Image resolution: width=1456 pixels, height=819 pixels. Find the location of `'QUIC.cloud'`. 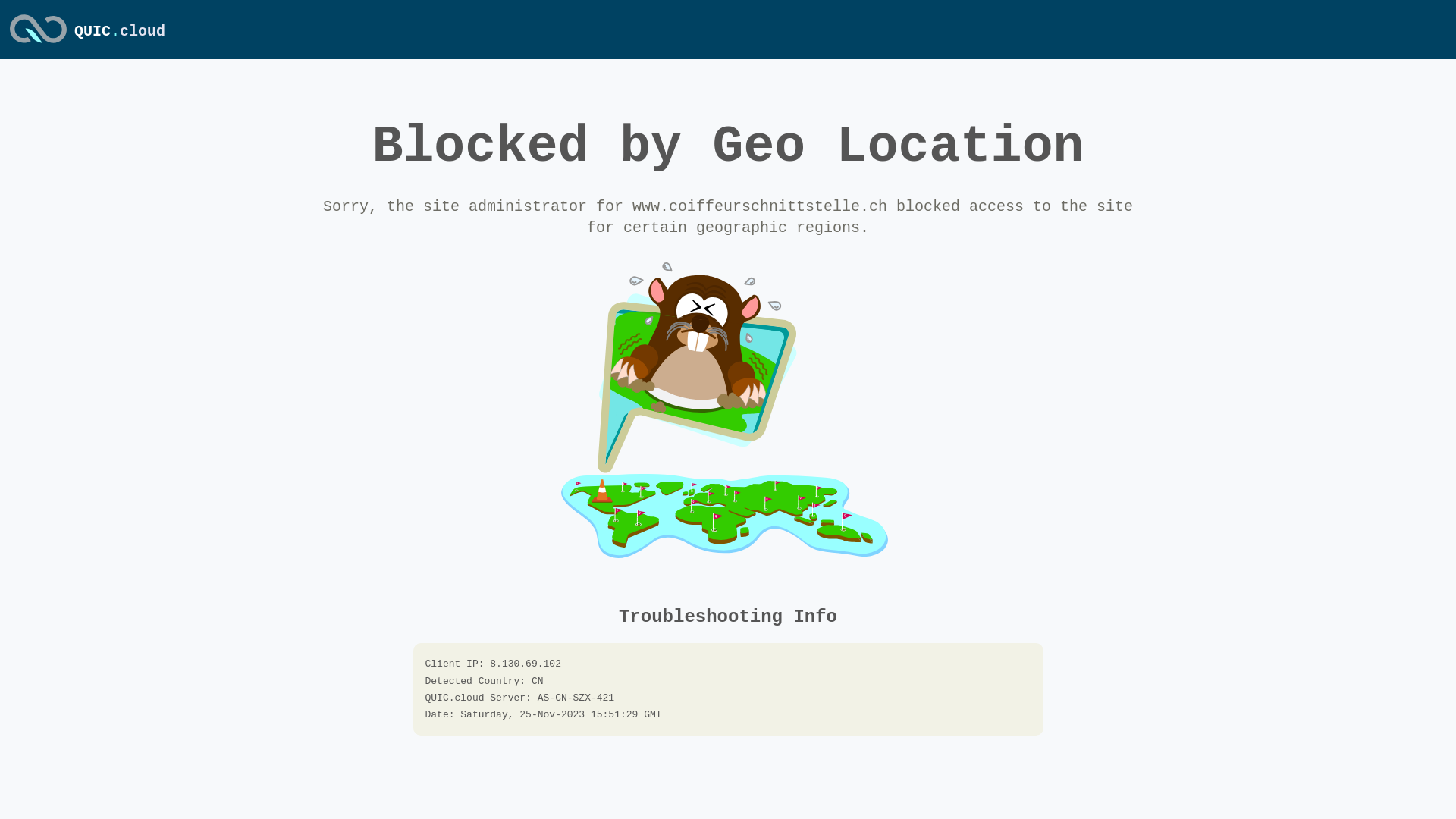

'QUIC.cloud' is located at coordinates (119, 31).